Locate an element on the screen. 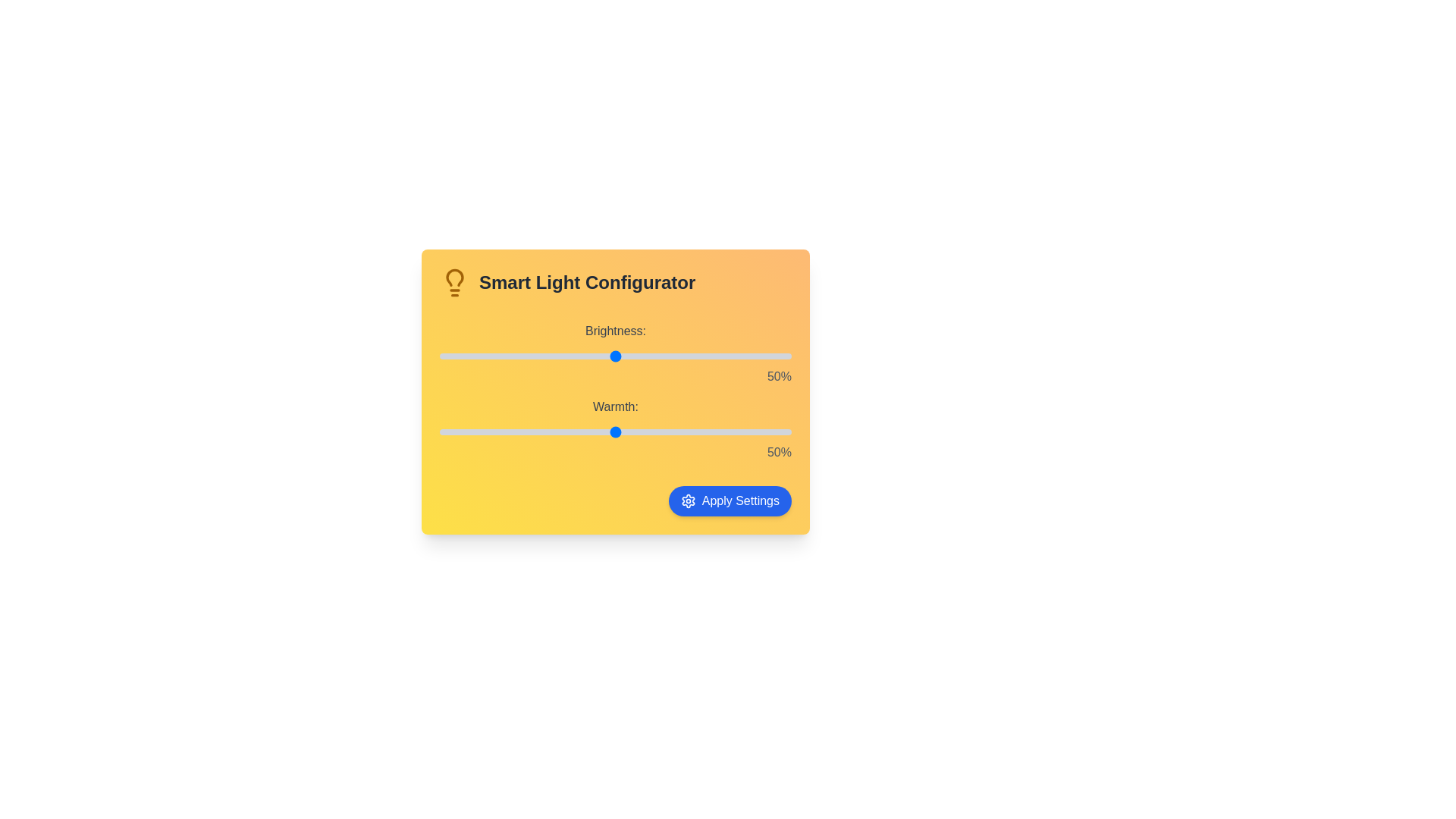 This screenshot has height=819, width=1456. the warmth level is located at coordinates (604, 432).